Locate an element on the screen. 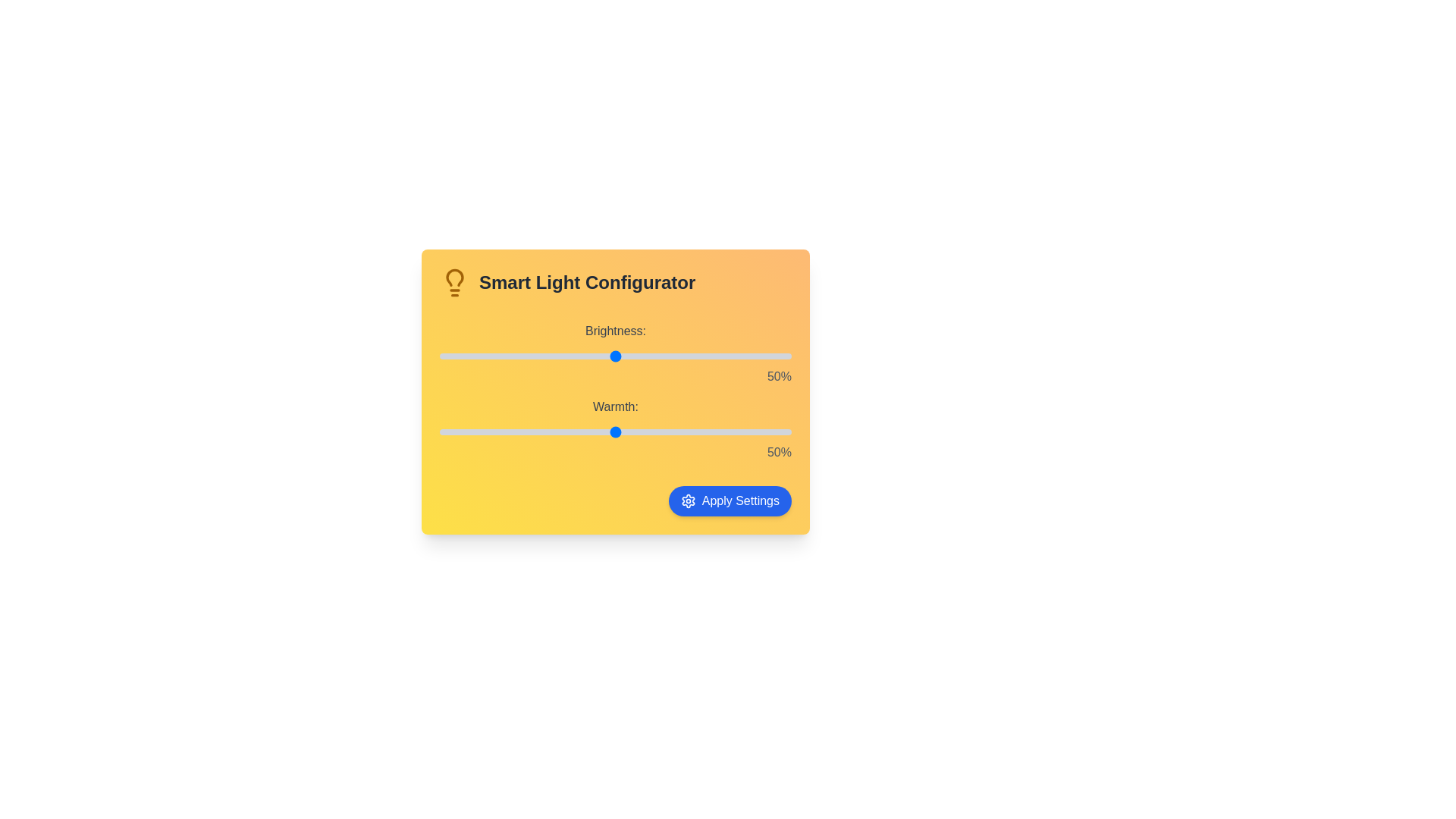 This screenshot has height=819, width=1456. the warmth level is located at coordinates (604, 432).